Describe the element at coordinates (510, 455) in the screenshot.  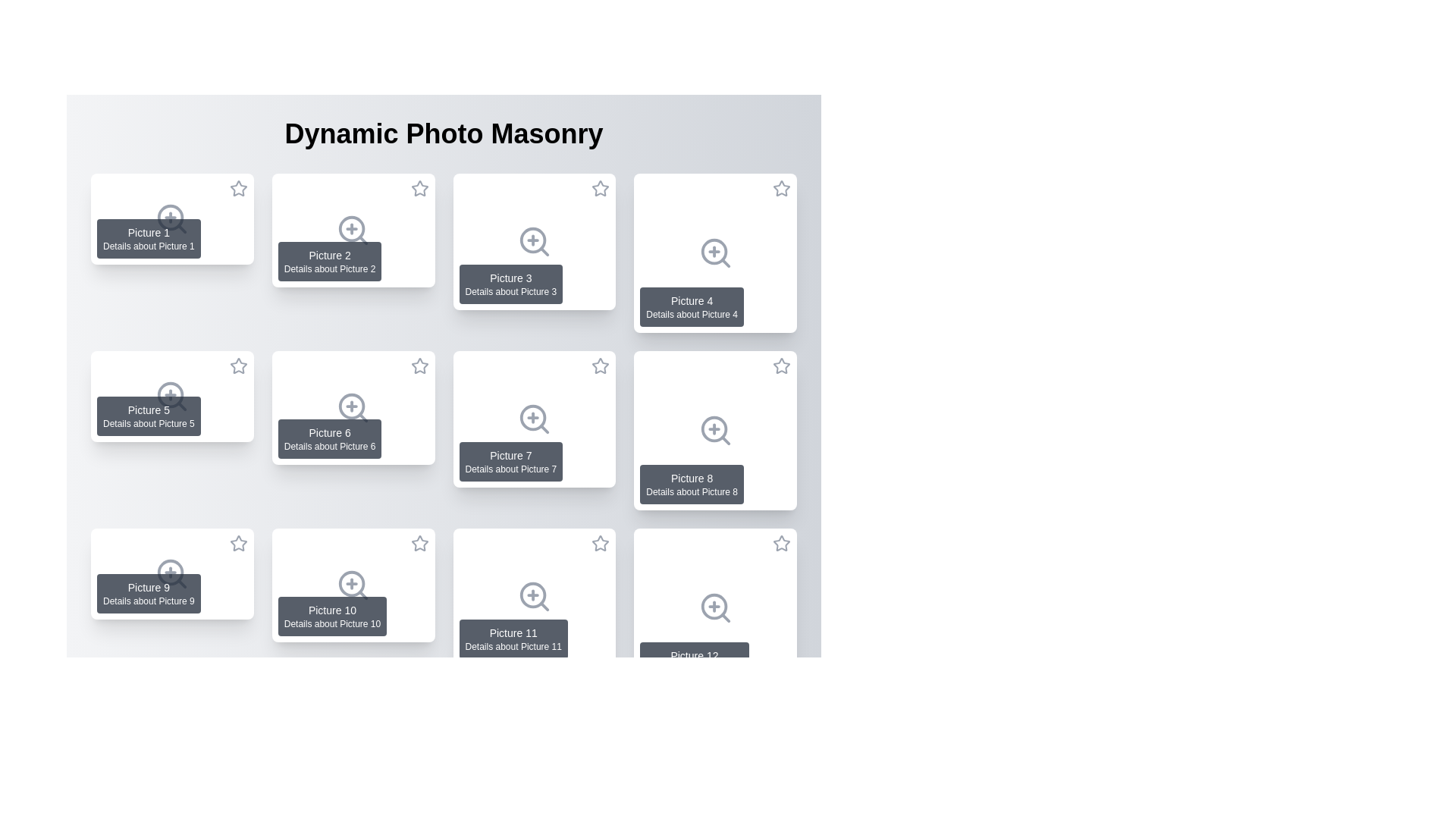
I see `the Text label that serves as a title for the associated picture card, indicating the image's name or designation, located at the bottom section of the caption box inside the white card for 'Picture 7'` at that location.